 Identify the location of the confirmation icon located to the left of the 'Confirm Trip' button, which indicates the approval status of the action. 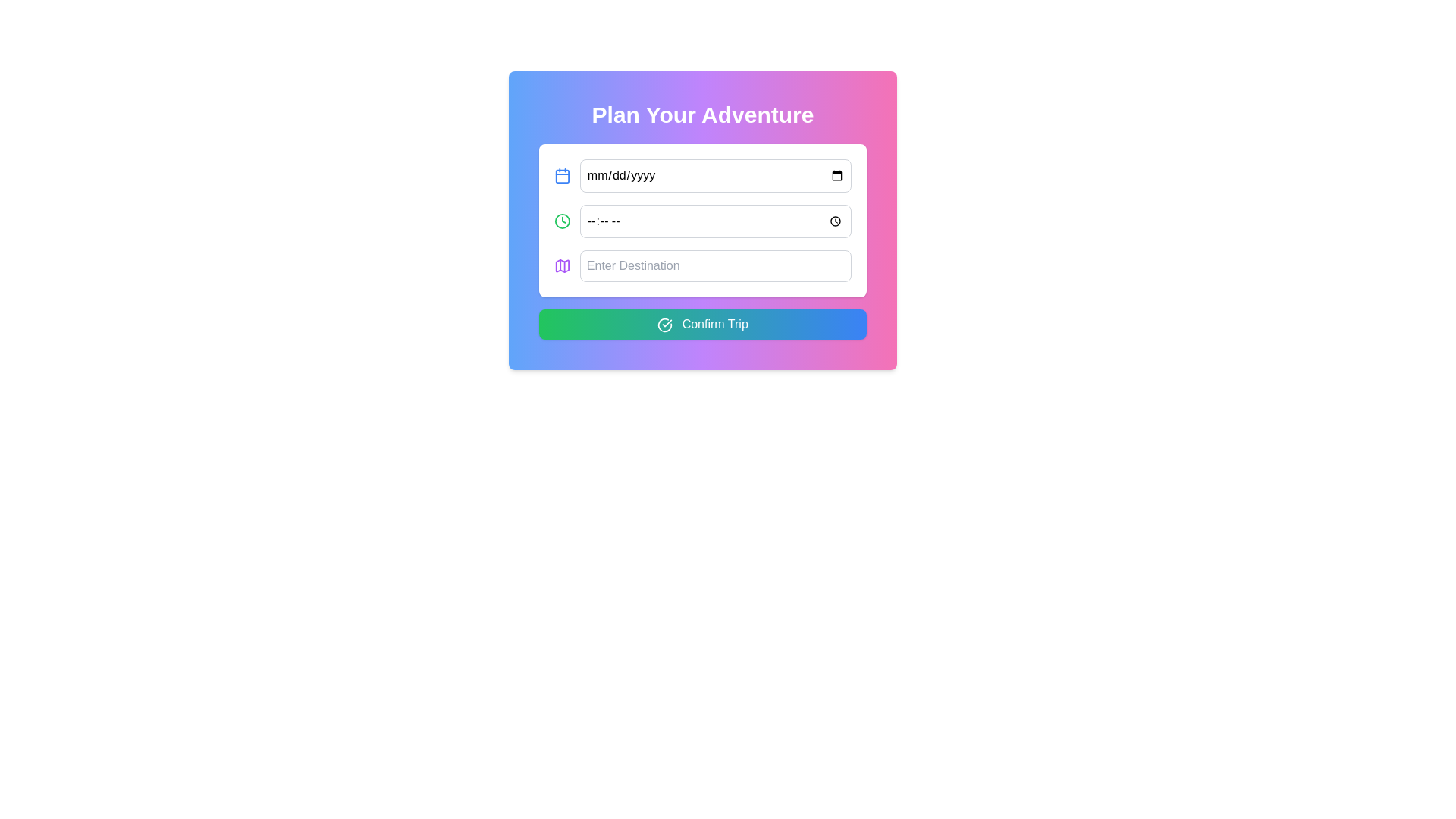
(665, 324).